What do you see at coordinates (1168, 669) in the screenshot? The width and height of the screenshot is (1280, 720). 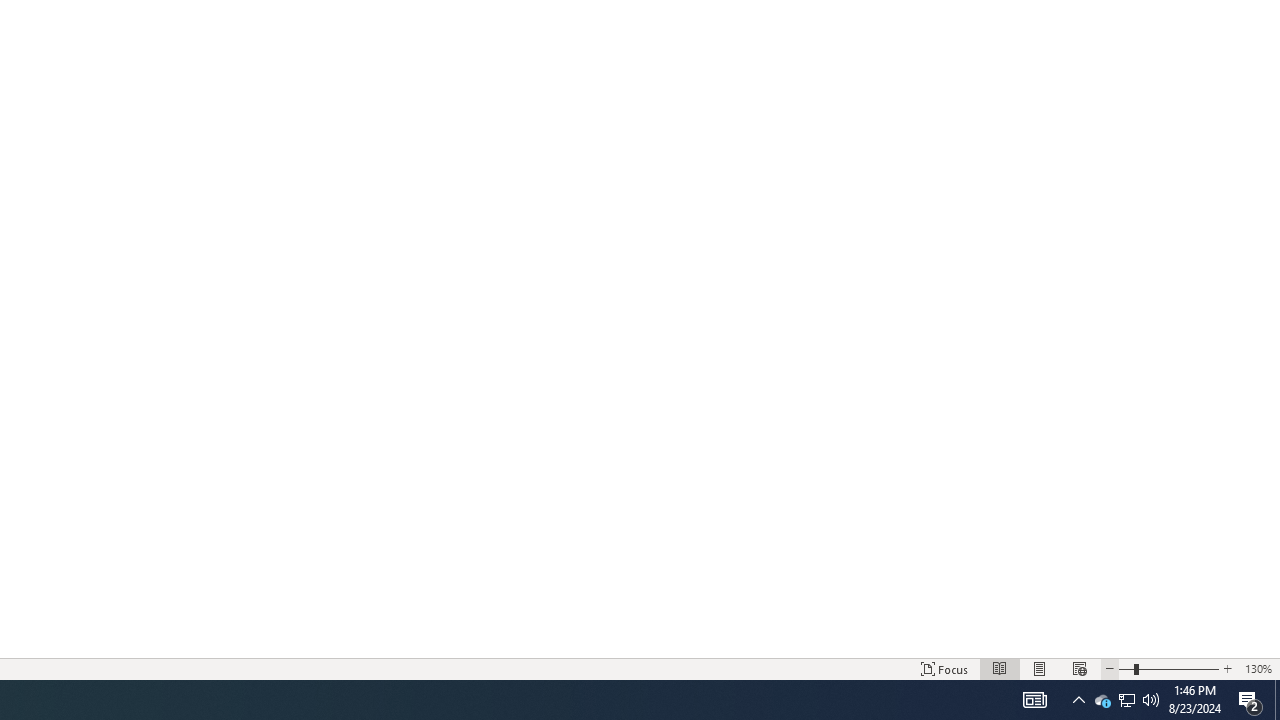 I see `'Text Size'` at bounding box center [1168, 669].